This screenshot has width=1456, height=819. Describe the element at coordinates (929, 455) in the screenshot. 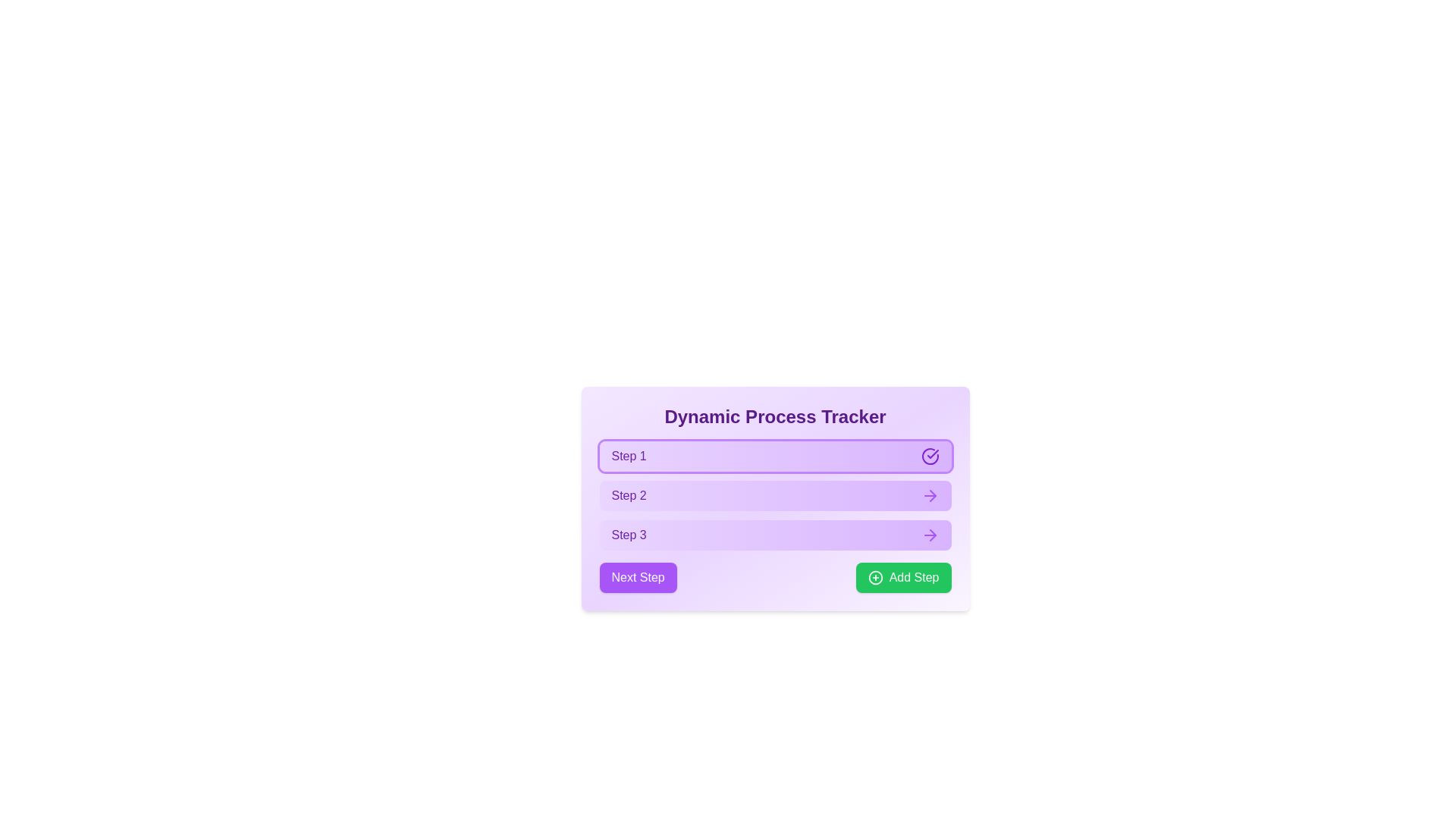

I see `the SVG icon representing the completed status for the 'Step 1' input field, which is characterized by a circular outline of a check mark` at that location.